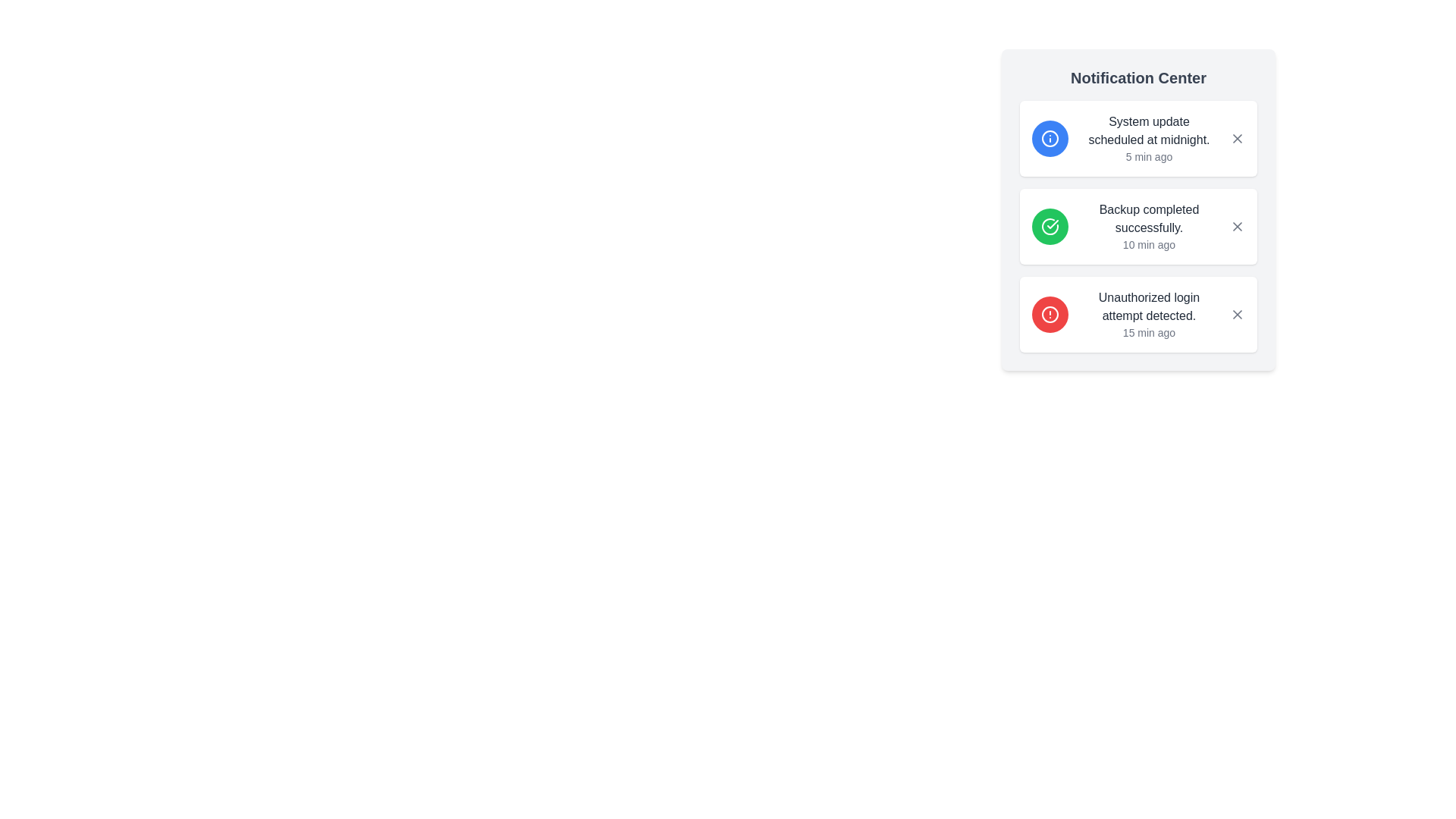  Describe the element at coordinates (1149, 332) in the screenshot. I see `the Timestamp label that reads '15 min ago', located in the bottom-right corner of the notification entry for 'Unauthorized login attempt detected.'` at that location.